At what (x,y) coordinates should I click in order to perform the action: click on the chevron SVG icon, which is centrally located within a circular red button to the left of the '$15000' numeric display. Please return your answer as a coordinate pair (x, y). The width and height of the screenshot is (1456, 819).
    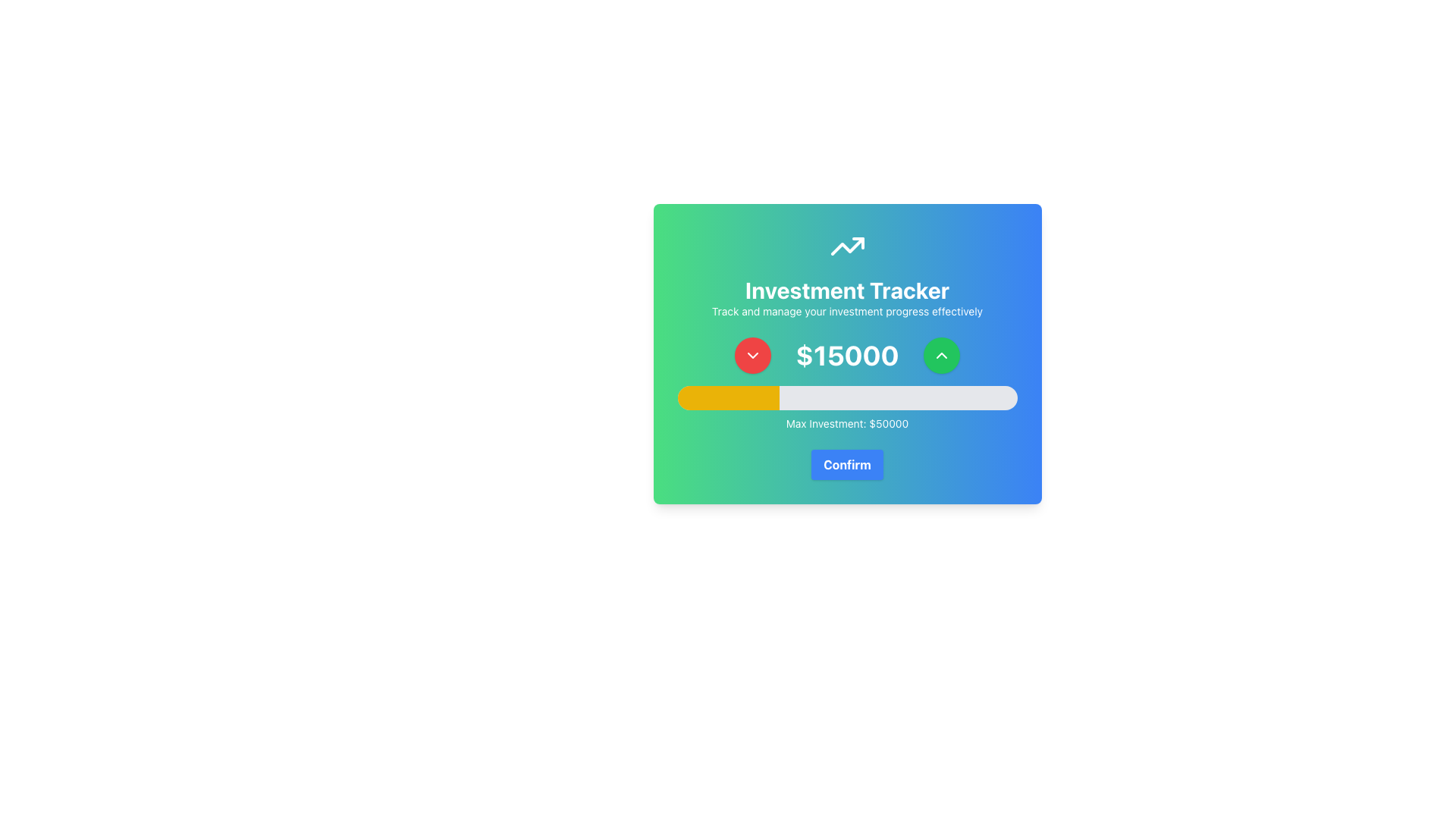
    Looking at the image, I should click on (753, 356).